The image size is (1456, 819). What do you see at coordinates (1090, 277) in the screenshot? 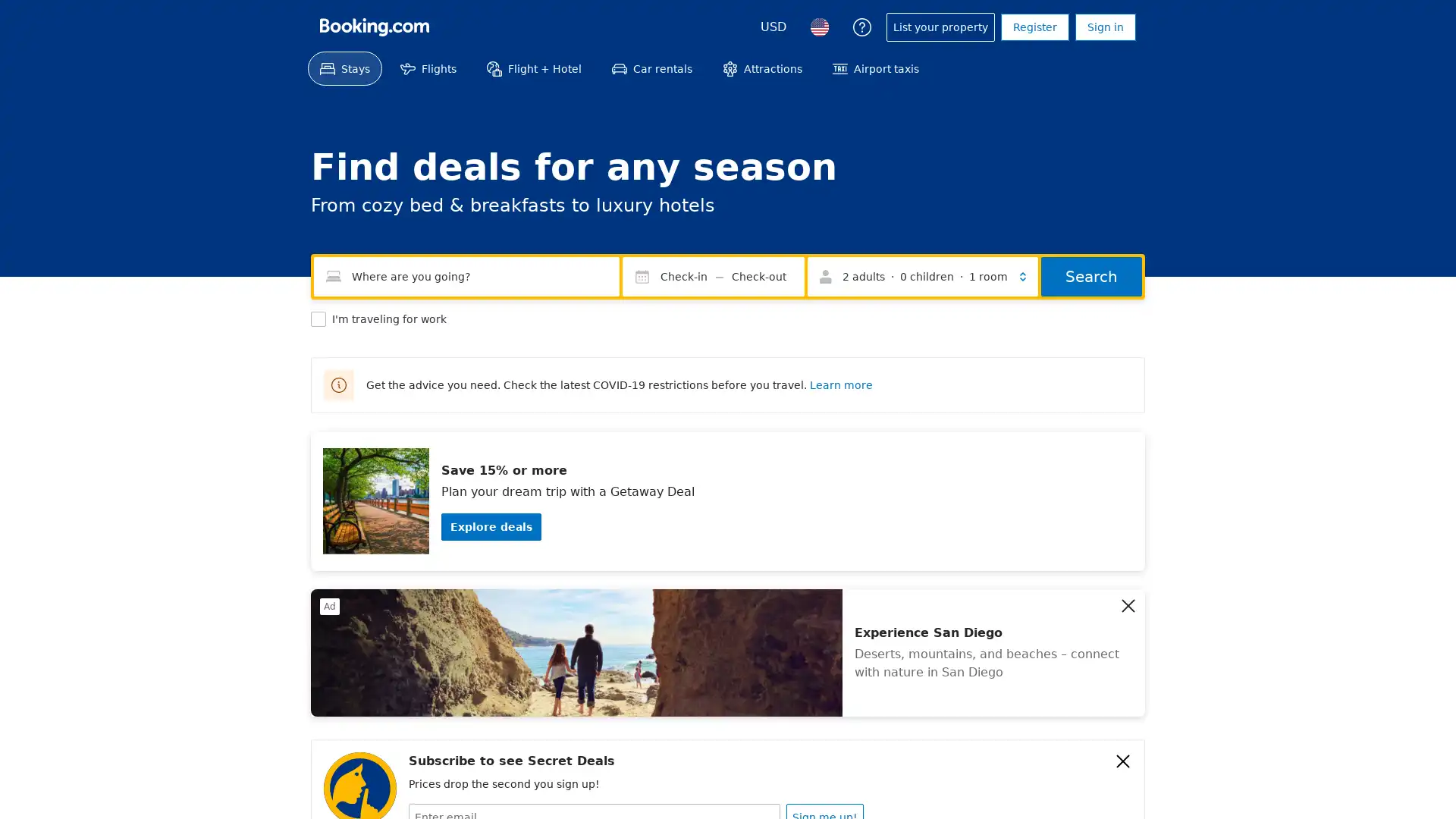
I see `Search` at bounding box center [1090, 277].